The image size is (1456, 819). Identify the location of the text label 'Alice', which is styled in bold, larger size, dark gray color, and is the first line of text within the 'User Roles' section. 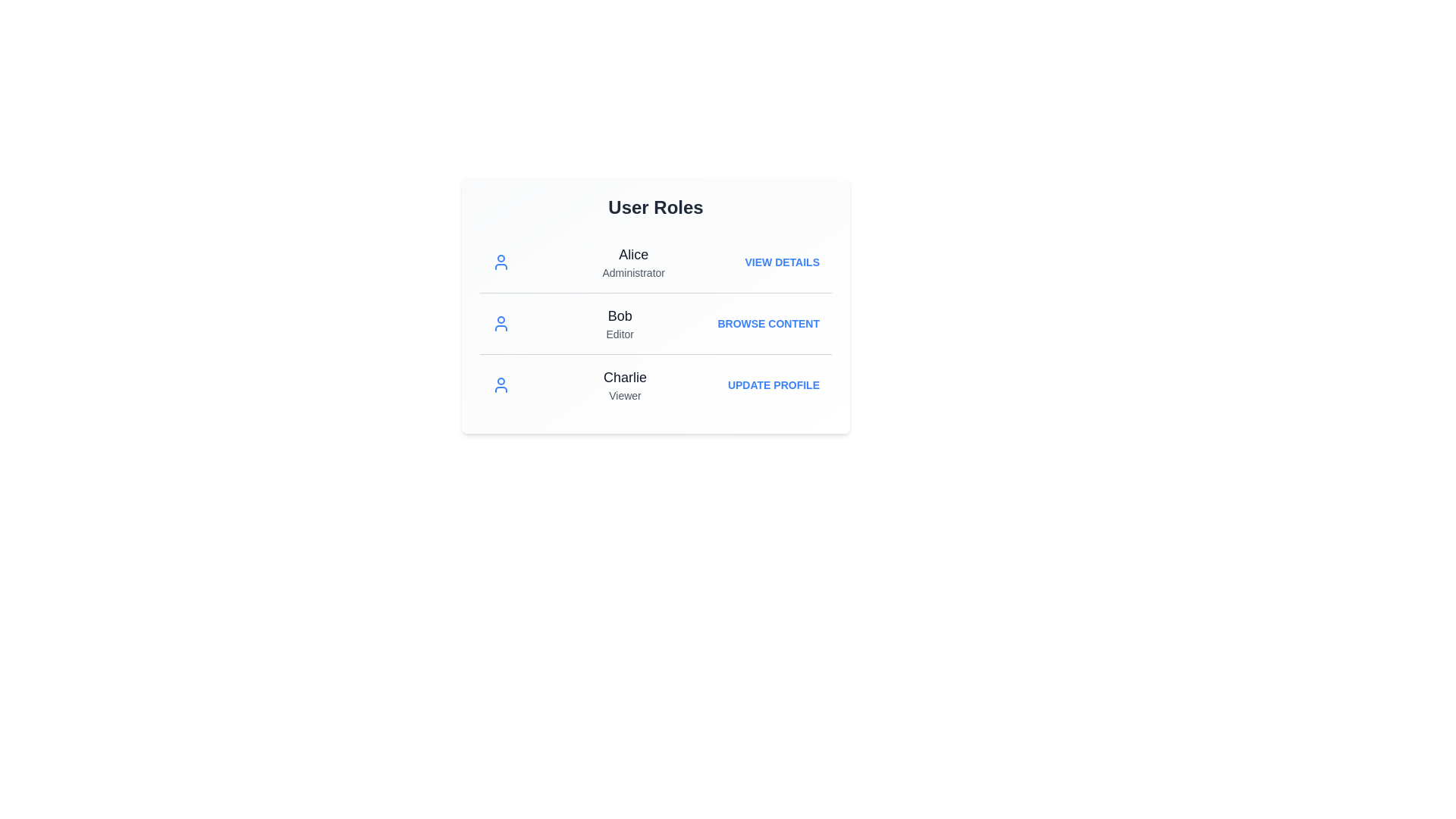
(633, 253).